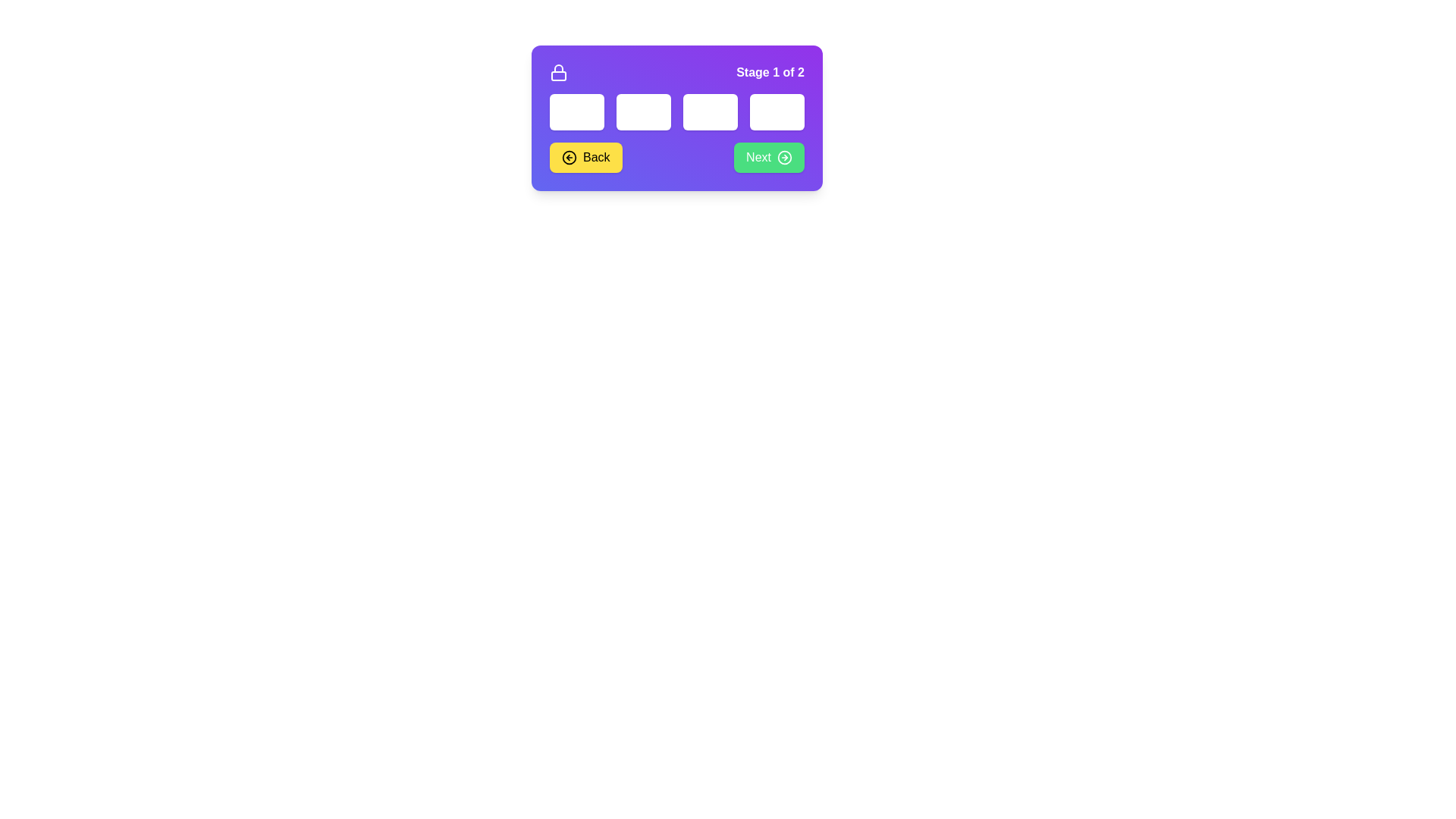  I want to click on the 'Back' button icon, represented by an SVG circle, located at the bottom-left corner of a purple card, so click(568, 158).